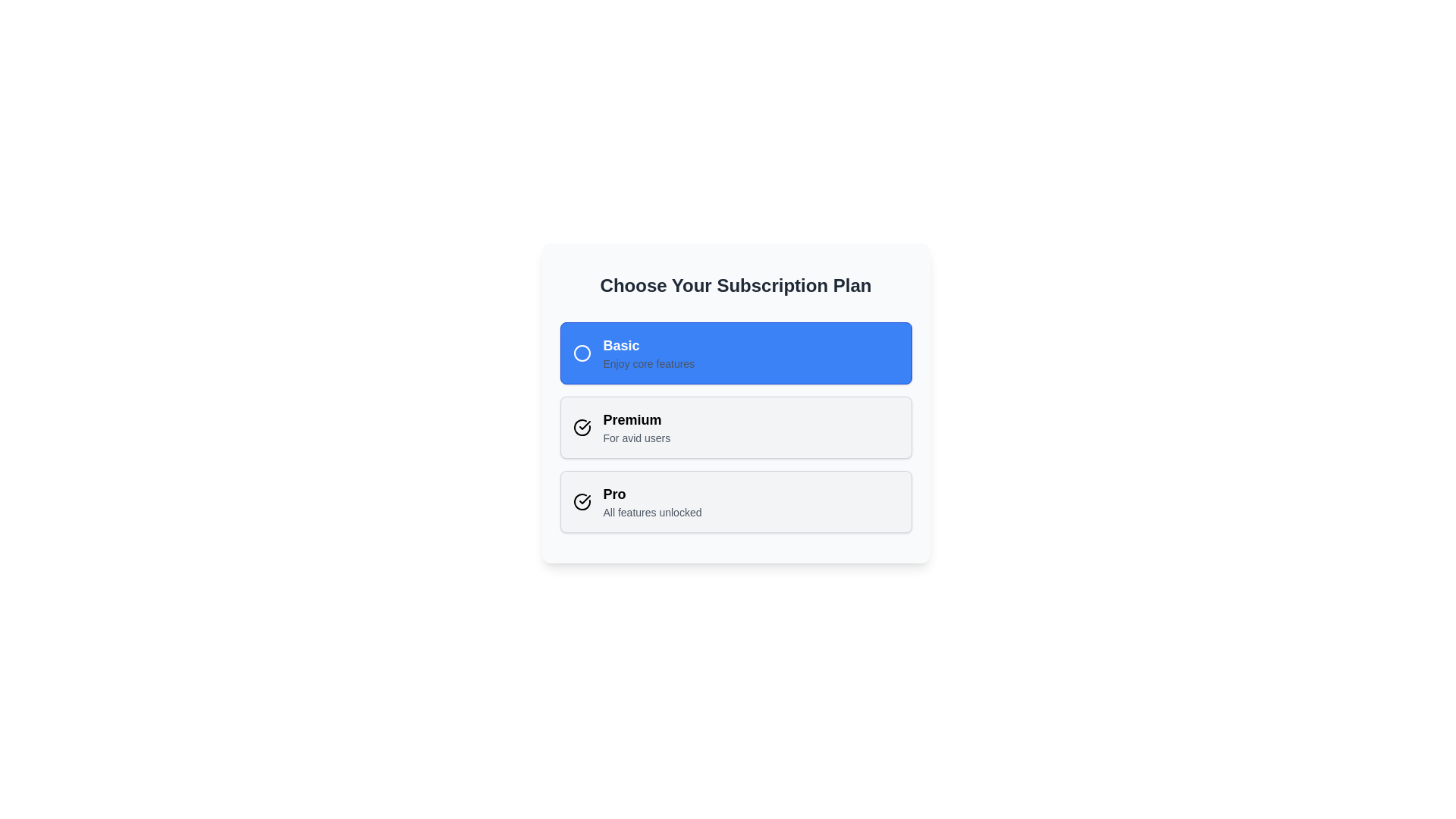  Describe the element at coordinates (736, 353) in the screenshot. I see `the selectable list item for the 'Basic' subscription plan, which is the first option in the subscription plan selection panel` at that location.